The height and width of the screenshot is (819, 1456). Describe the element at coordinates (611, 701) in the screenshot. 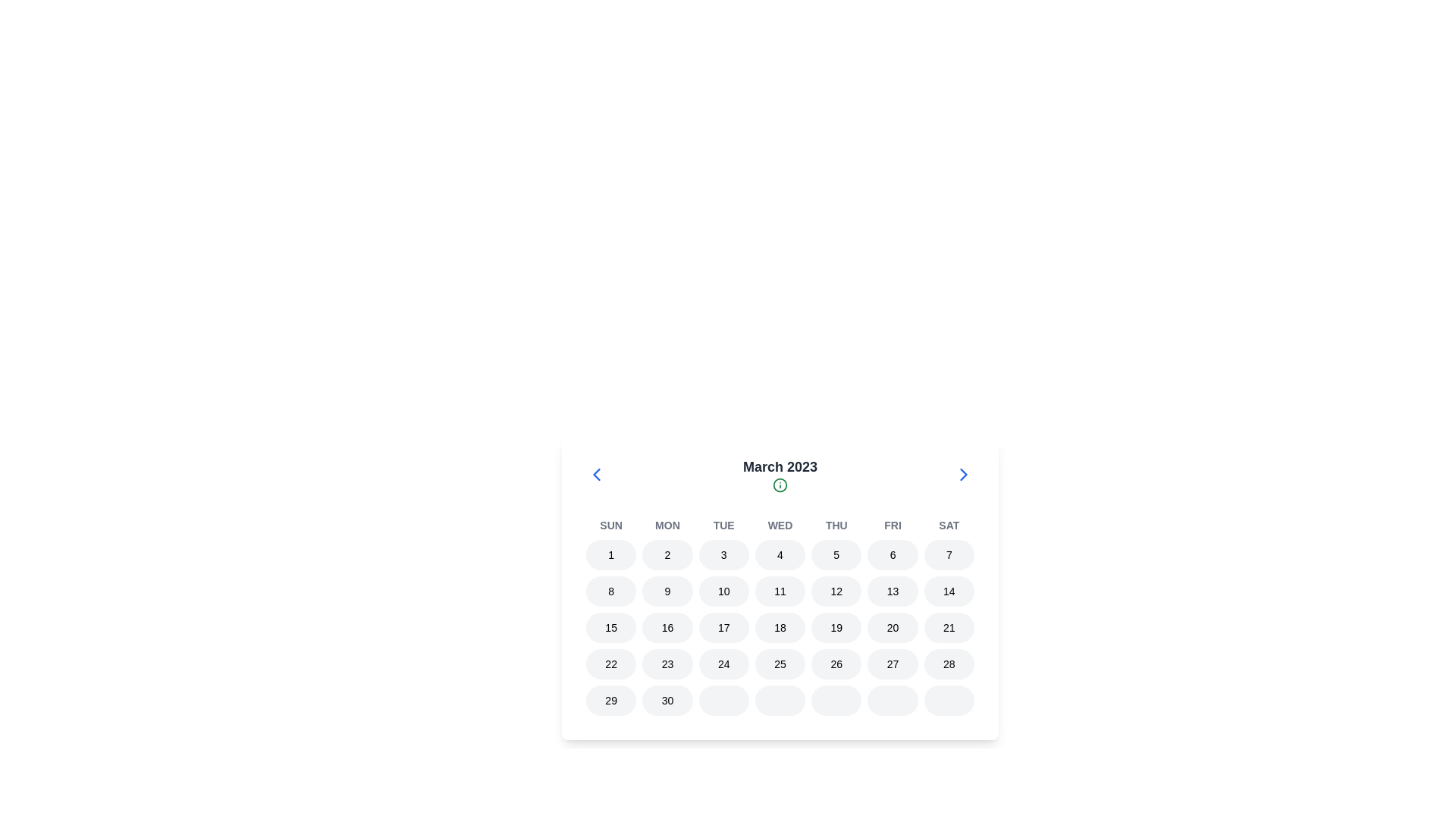

I see `the circular button labeled '29' with a light gray background` at that location.